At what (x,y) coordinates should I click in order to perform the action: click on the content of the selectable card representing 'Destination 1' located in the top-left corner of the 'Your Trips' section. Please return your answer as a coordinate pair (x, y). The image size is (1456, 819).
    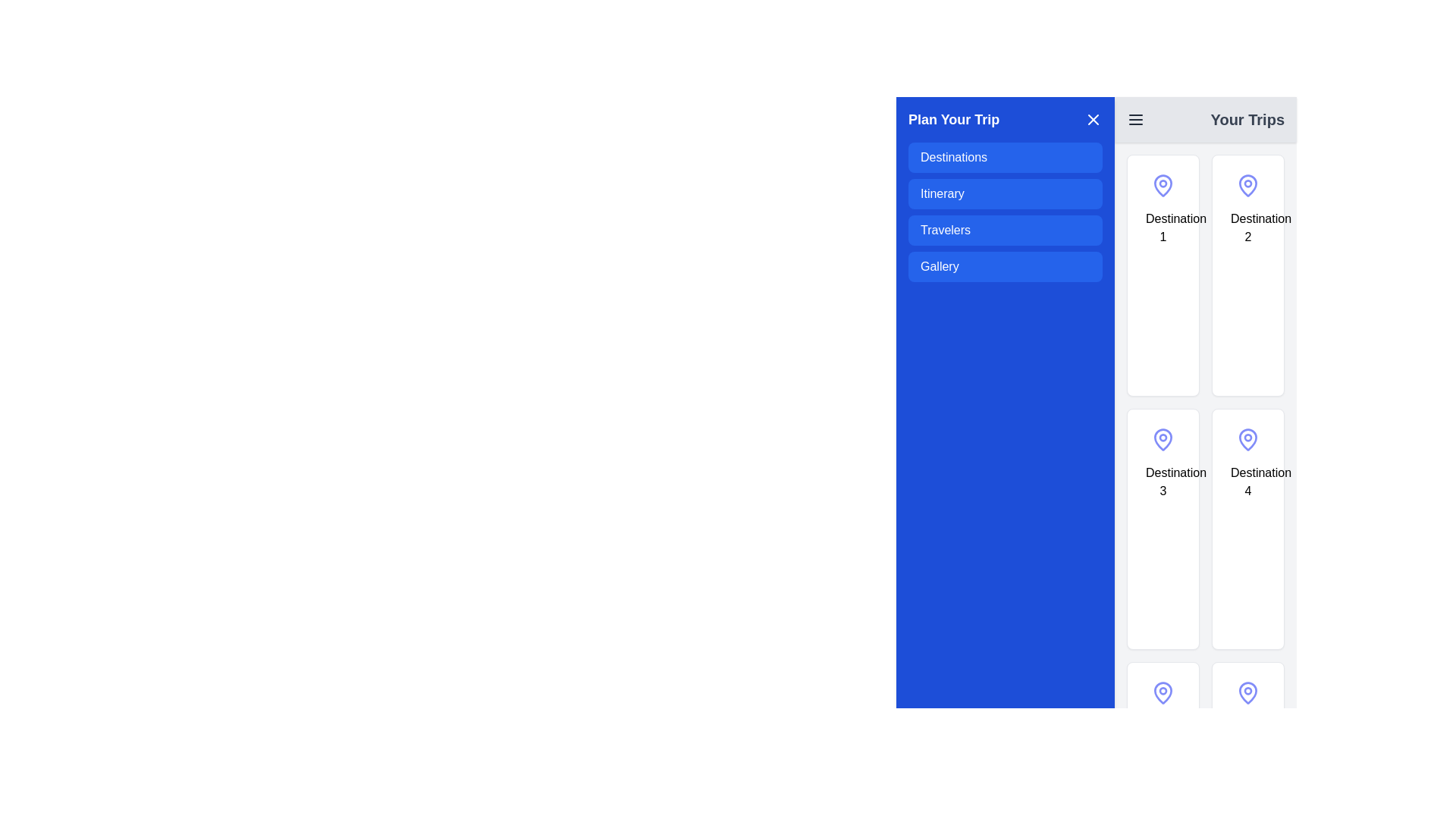
    Looking at the image, I should click on (1163, 275).